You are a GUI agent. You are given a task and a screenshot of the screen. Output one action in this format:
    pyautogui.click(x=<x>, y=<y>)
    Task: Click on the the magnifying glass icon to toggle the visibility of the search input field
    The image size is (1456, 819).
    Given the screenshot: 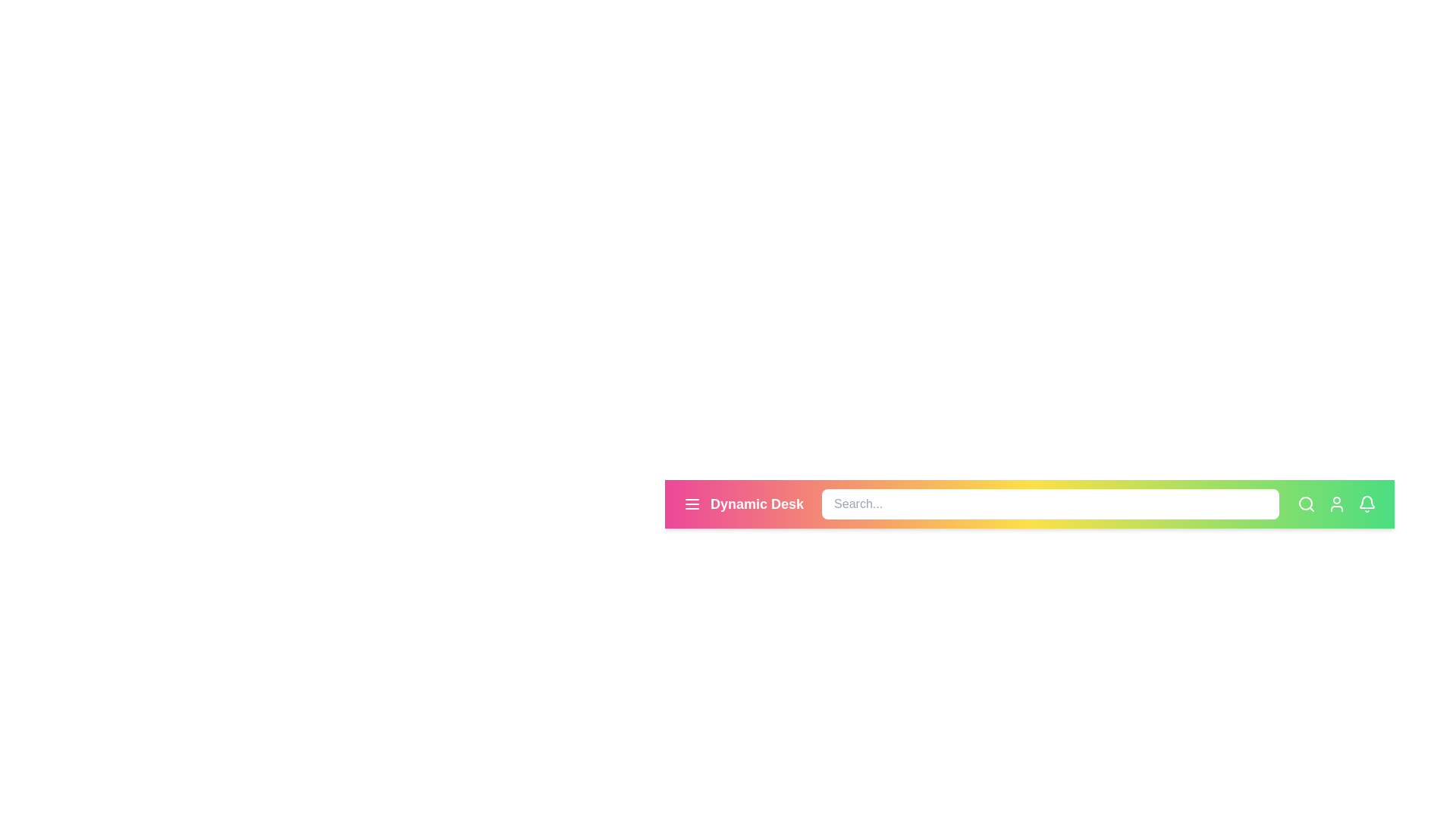 What is the action you would take?
    pyautogui.click(x=1306, y=504)
    